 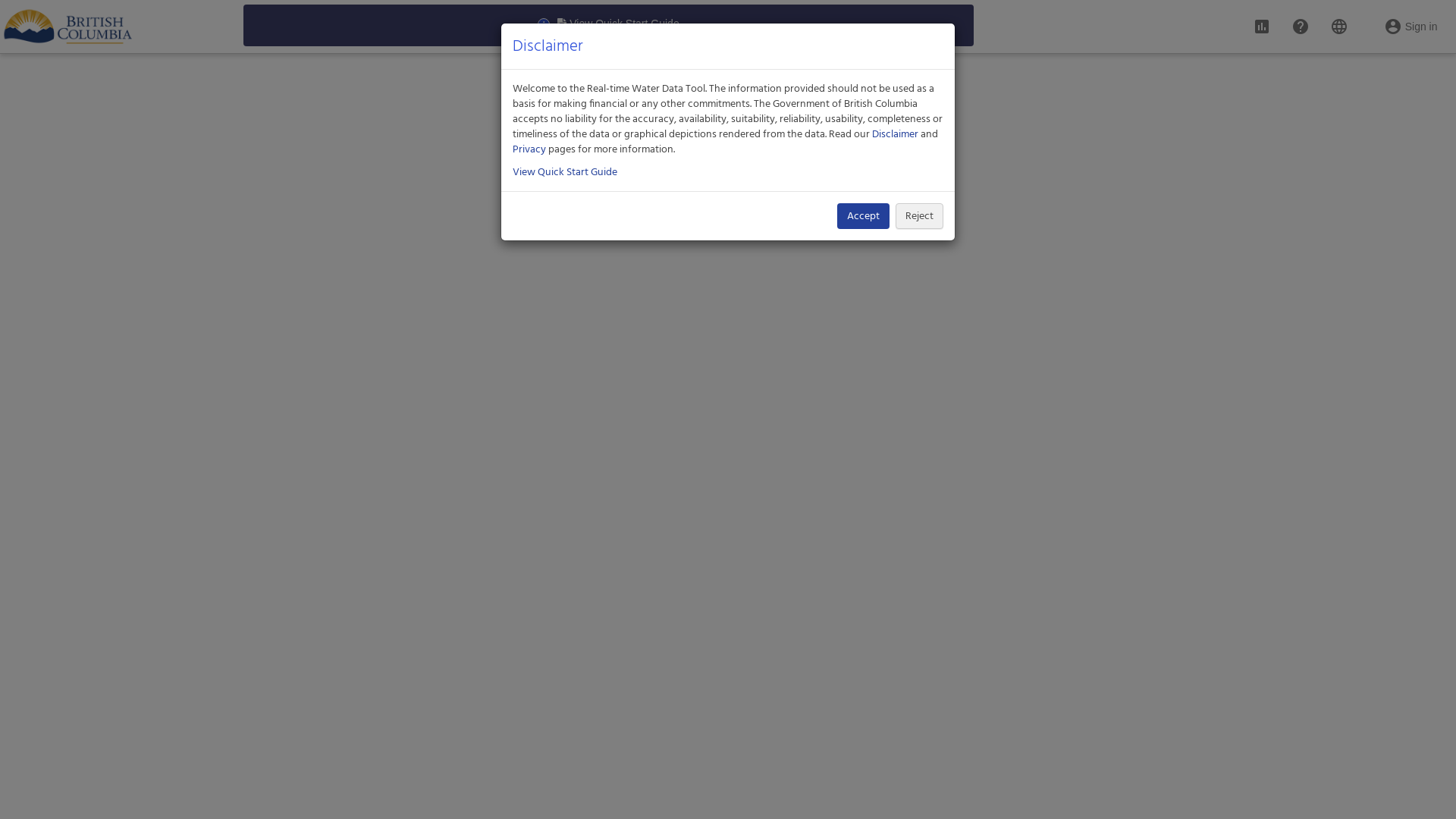 What do you see at coordinates (1262, 20) in the screenshot?
I see `'assessment'` at bounding box center [1262, 20].